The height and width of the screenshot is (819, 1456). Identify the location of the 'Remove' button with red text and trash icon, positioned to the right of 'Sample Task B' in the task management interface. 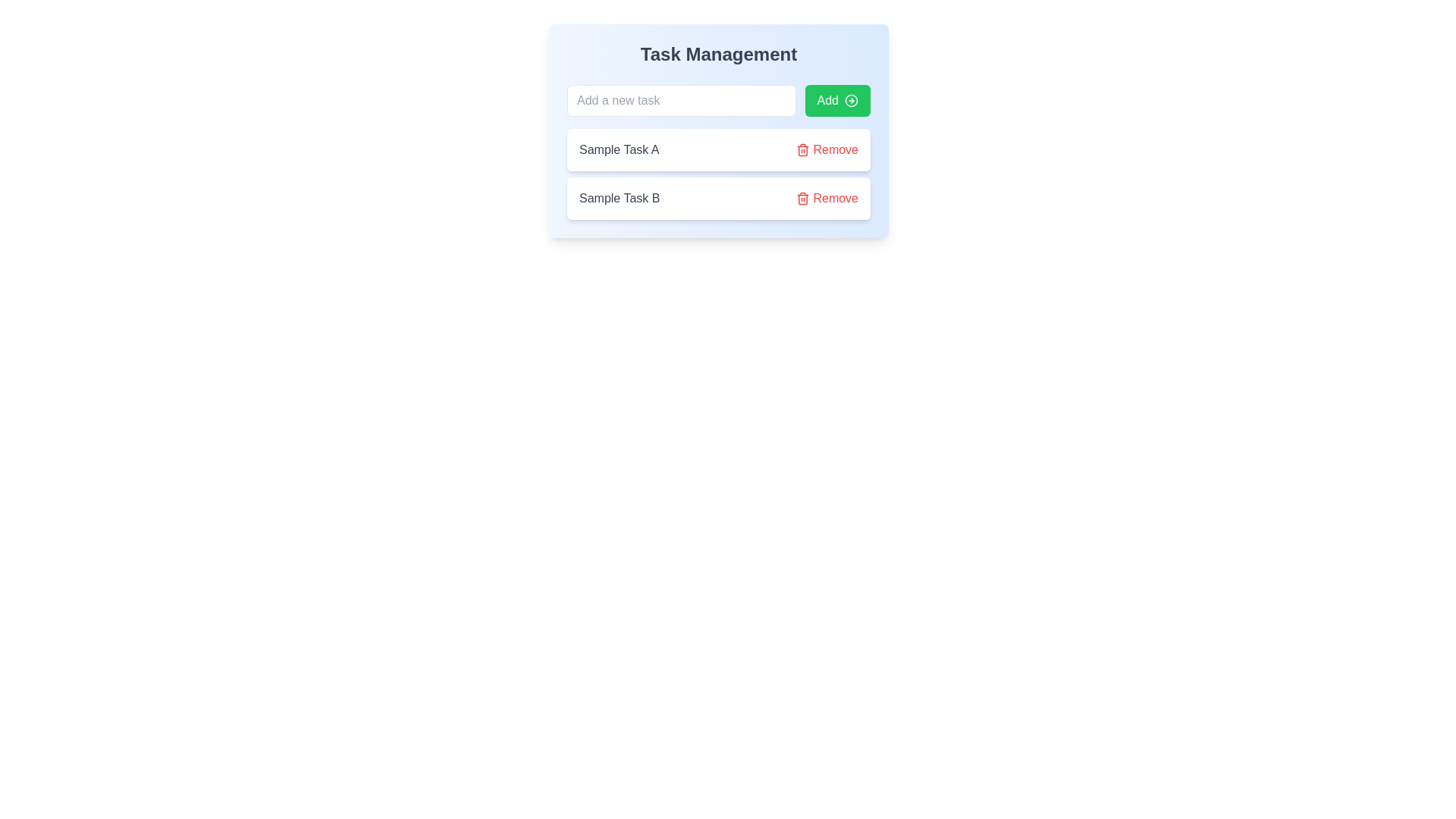
(827, 198).